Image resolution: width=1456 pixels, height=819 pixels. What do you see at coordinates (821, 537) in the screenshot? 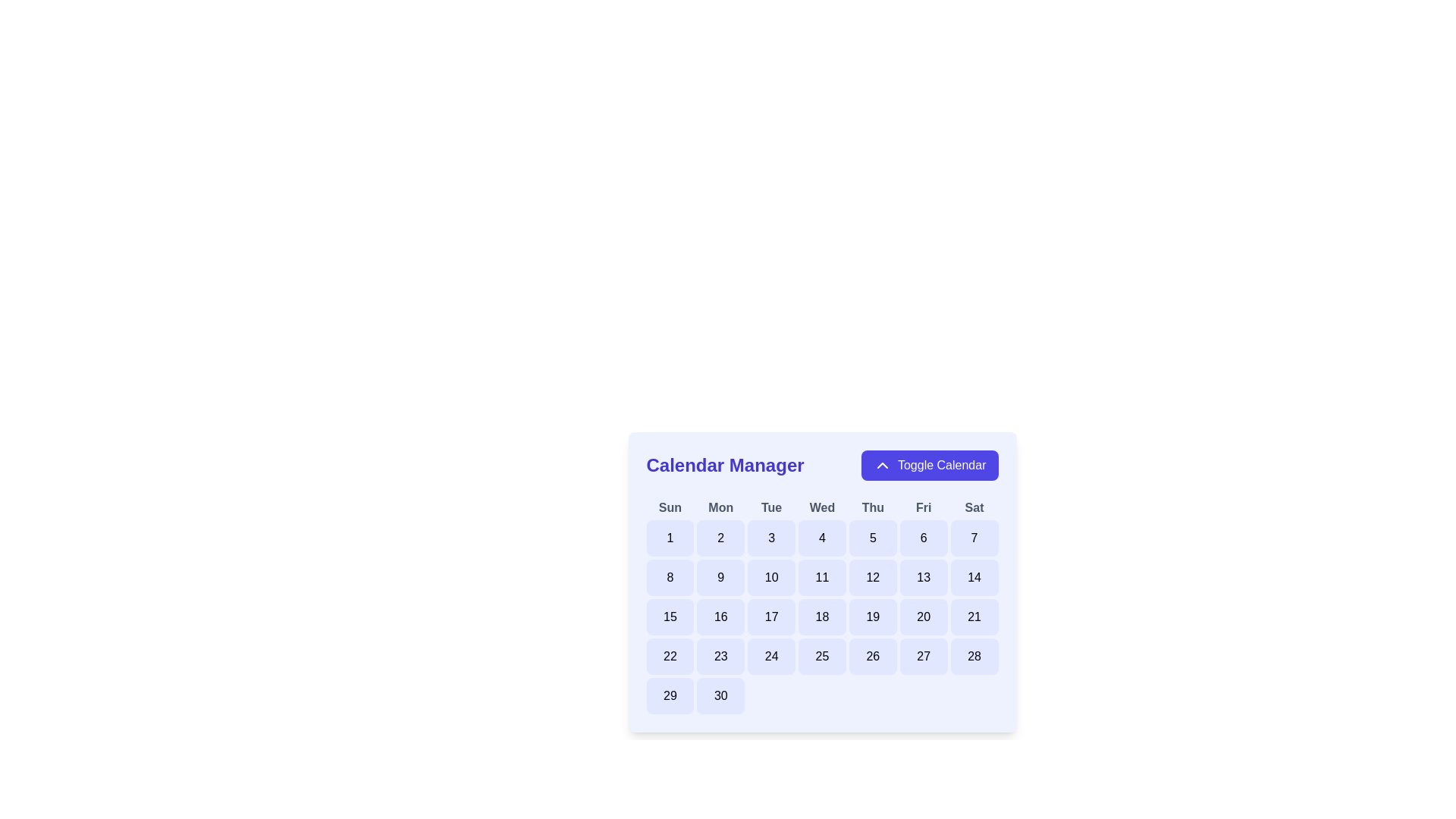
I see `the button corresponding to the date '4'` at bounding box center [821, 537].